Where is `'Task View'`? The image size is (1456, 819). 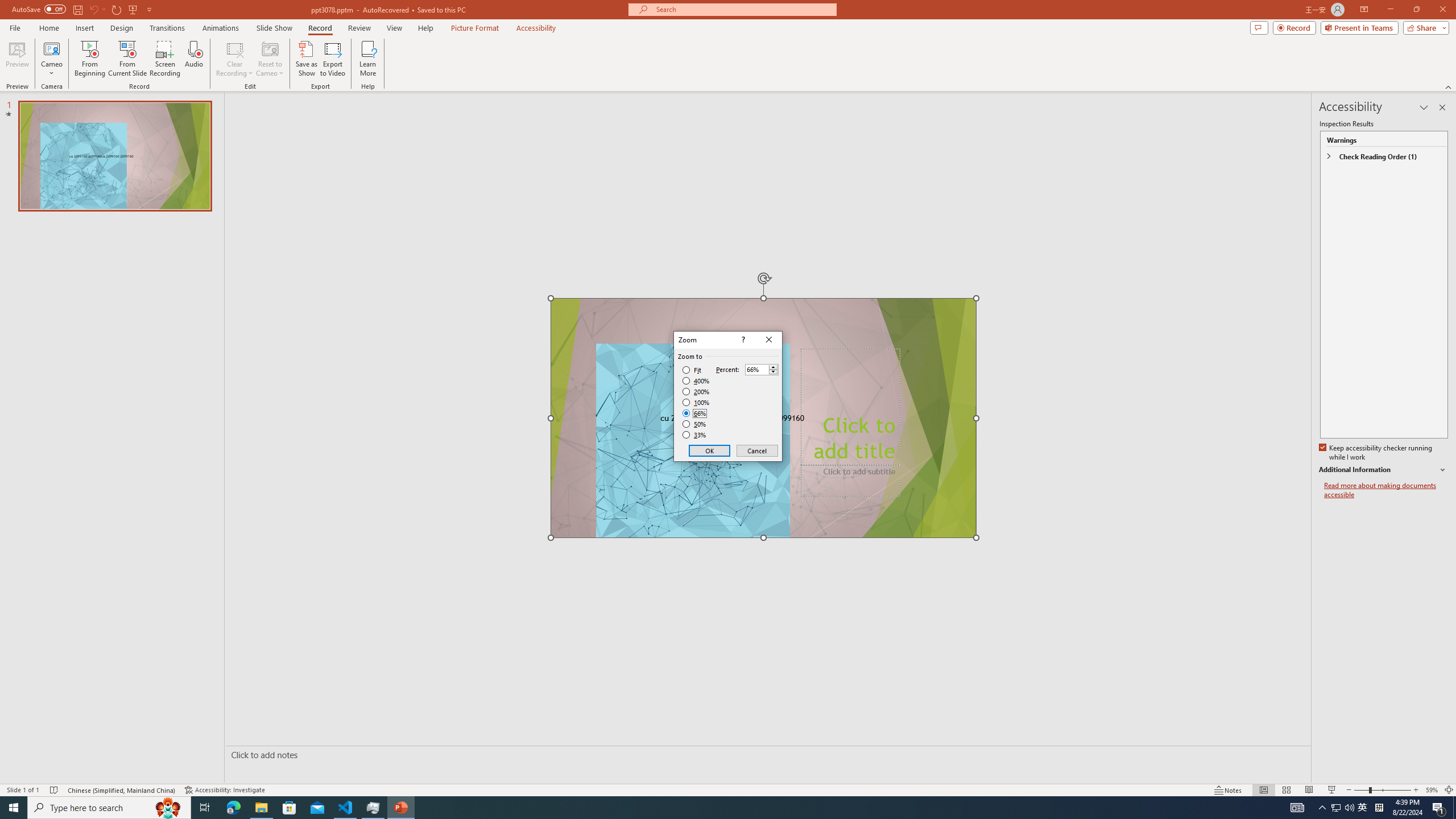 'Task View' is located at coordinates (204, 806).